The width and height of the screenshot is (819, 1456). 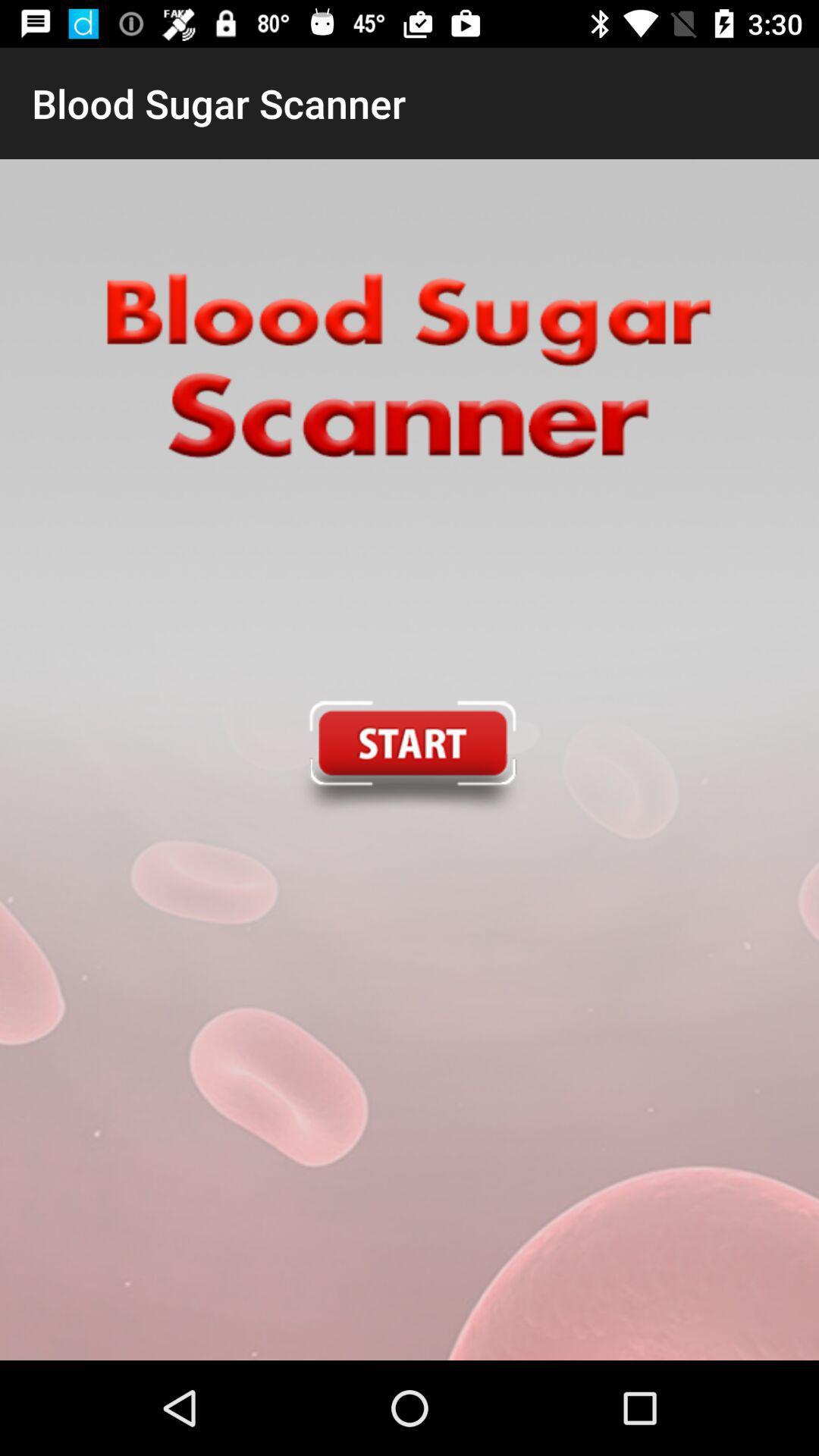 I want to click on open button, so click(x=408, y=760).